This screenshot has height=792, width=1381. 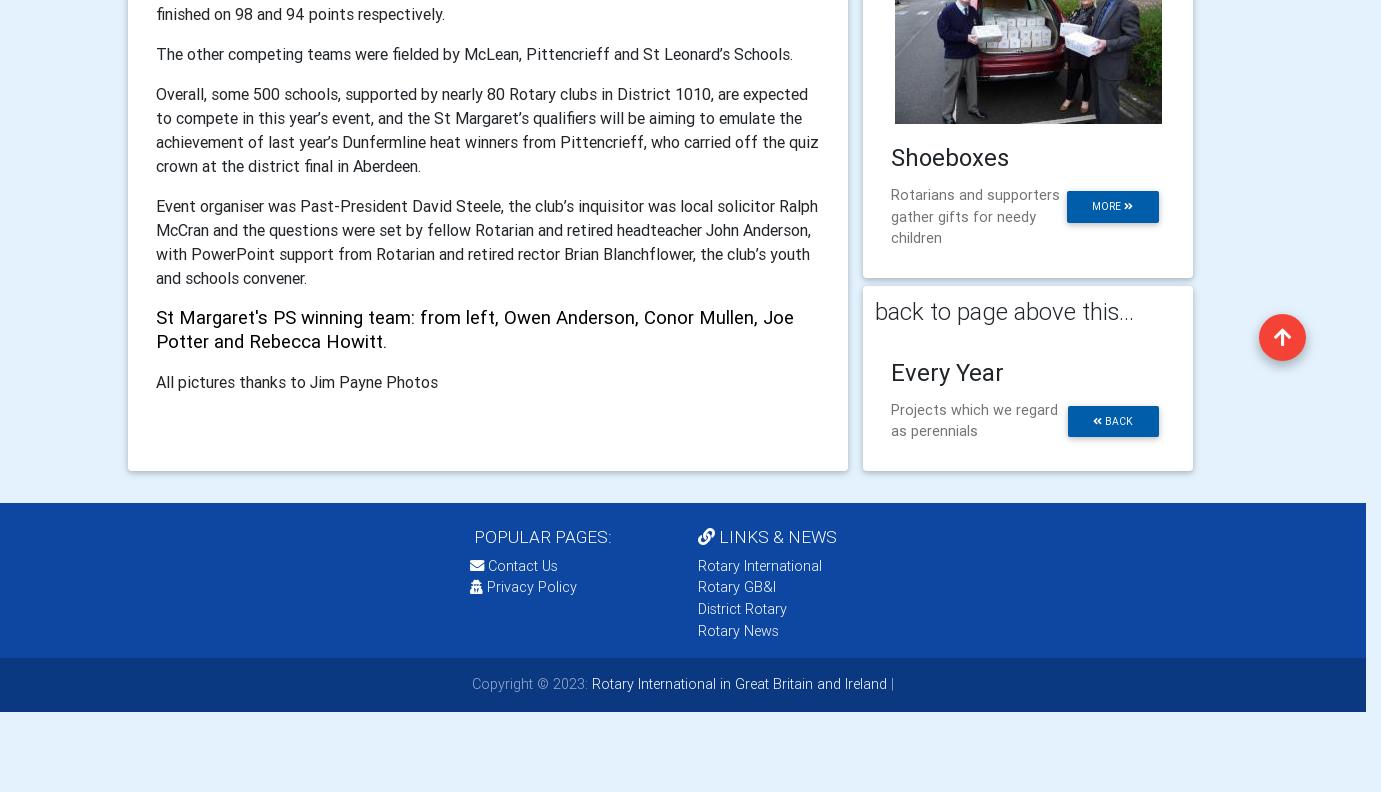 What do you see at coordinates (973, 418) in the screenshot?
I see `'Projects which we regard as perennials'` at bounding box center [973, 418].